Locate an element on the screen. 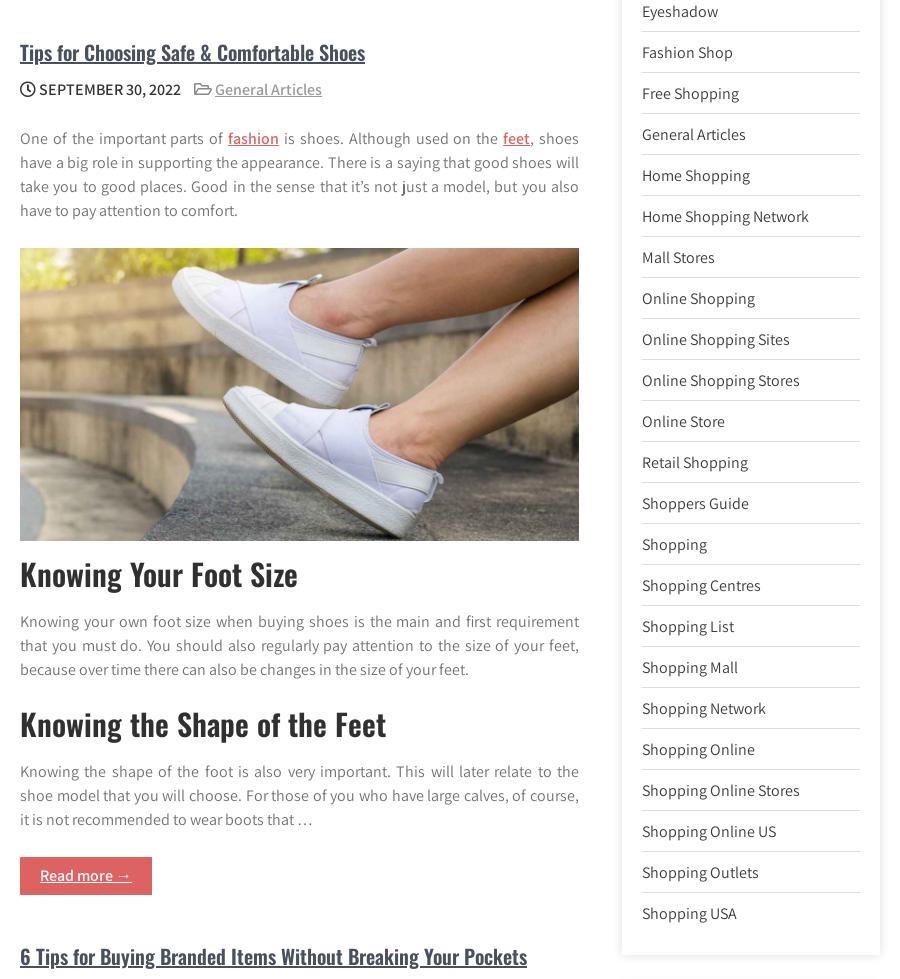 This screenshot has height=979, width=900. 'Shopping Centres' is located at coordinates (700, 583).